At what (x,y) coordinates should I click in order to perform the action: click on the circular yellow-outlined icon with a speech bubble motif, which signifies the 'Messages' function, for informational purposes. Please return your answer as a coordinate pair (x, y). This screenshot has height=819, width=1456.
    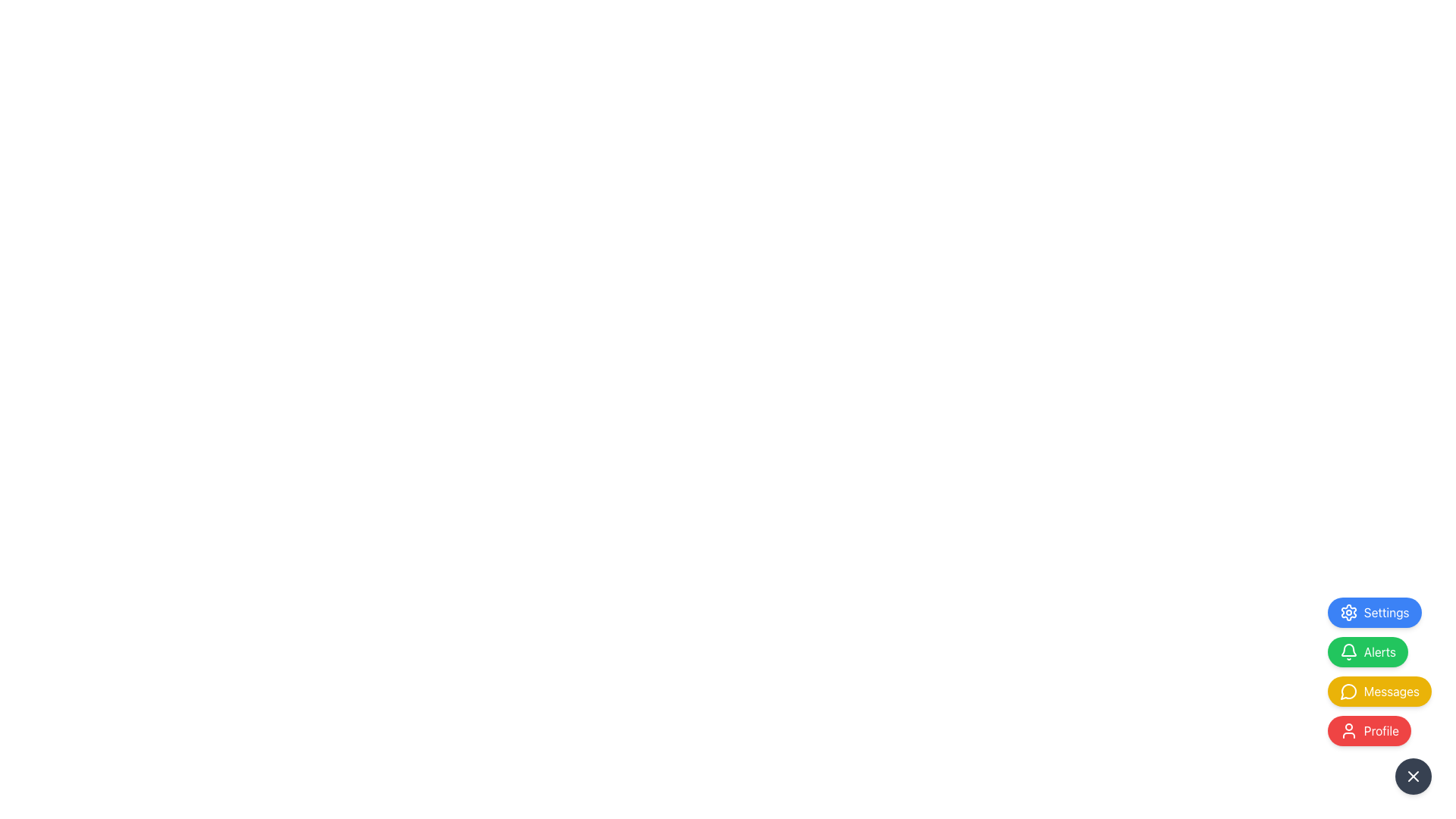
    Looking at the image, I should click on (1348, 692).